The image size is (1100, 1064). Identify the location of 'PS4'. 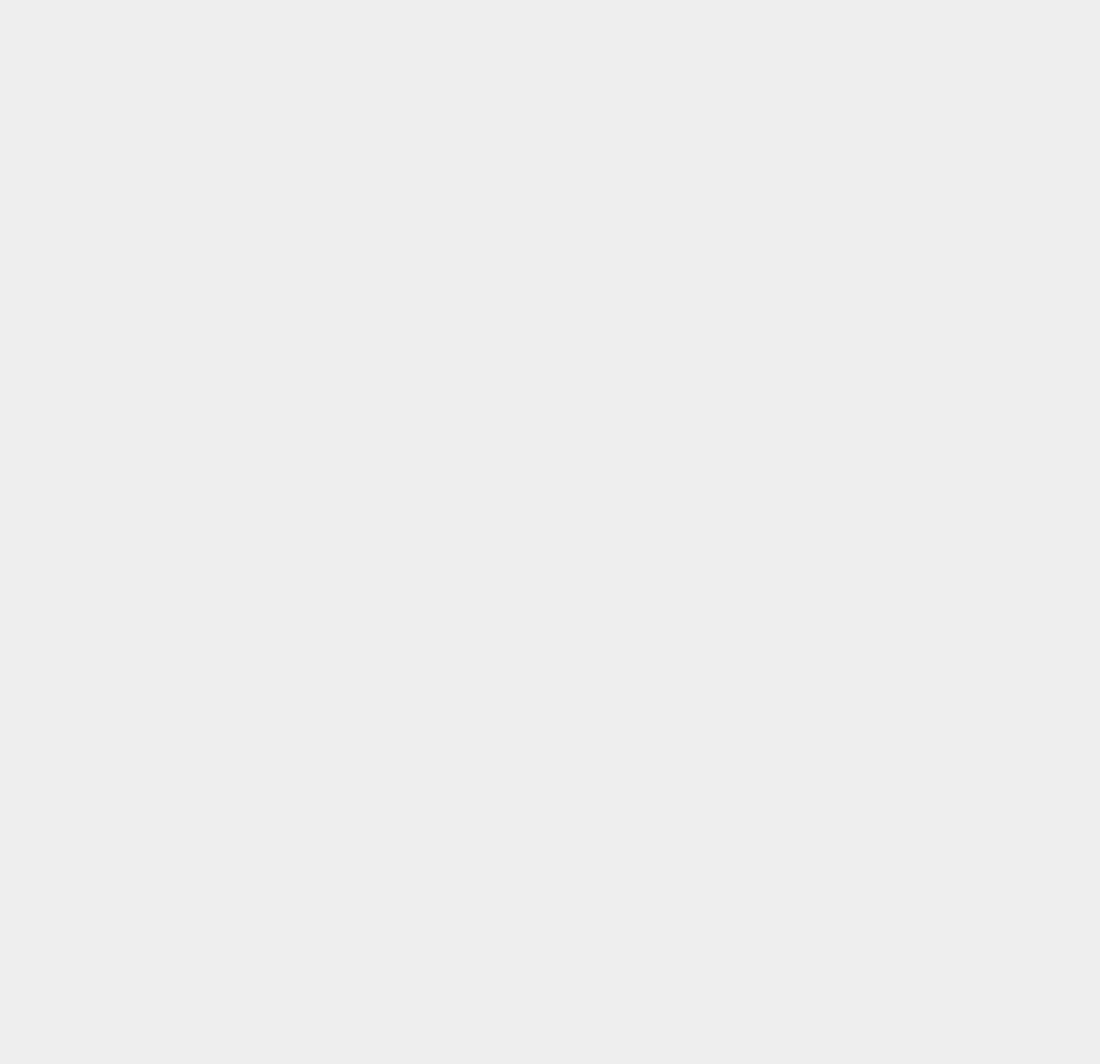
(790, 755).